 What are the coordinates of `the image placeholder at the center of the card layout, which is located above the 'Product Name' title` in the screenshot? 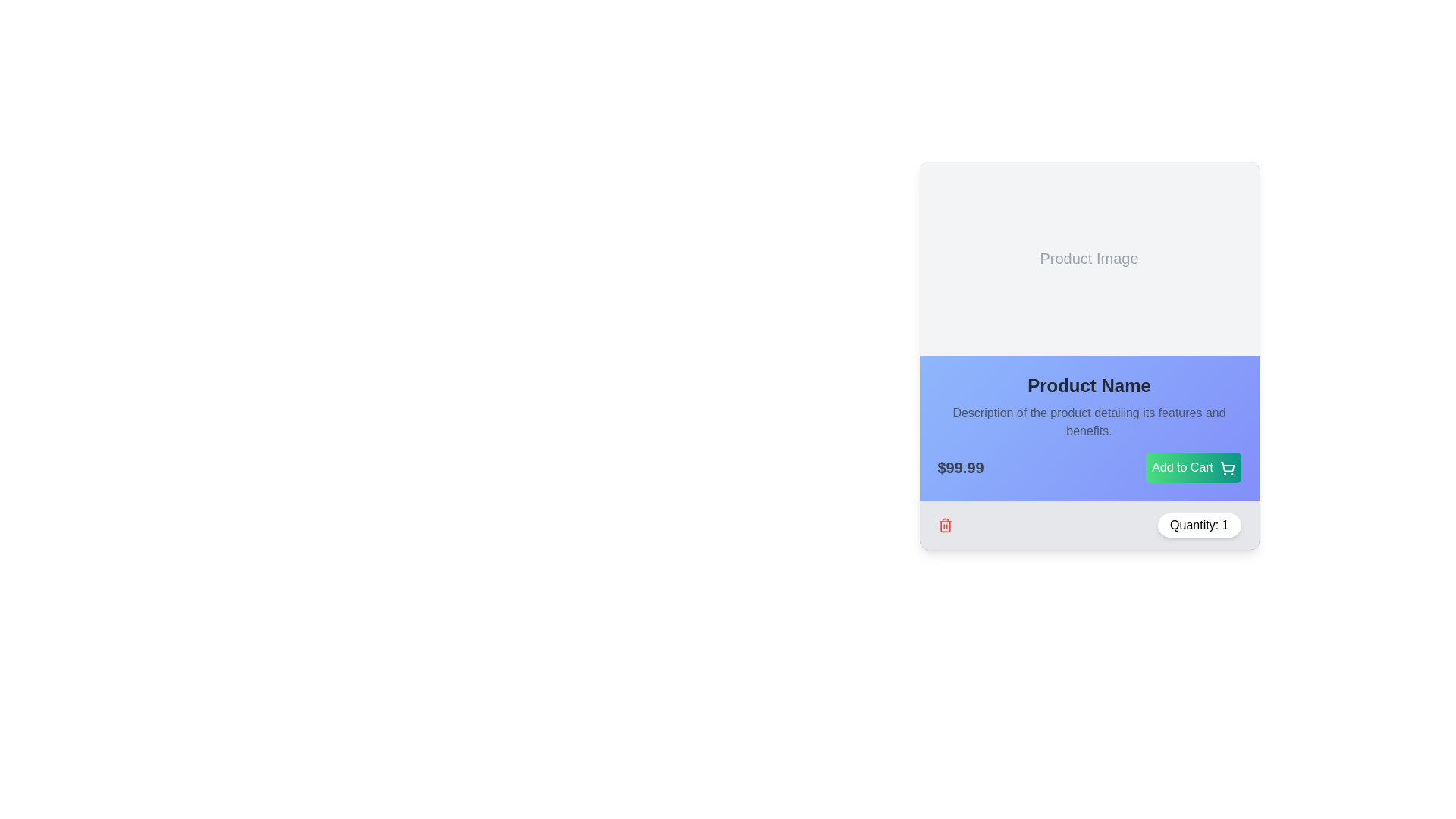 It's located at (1088, 257).